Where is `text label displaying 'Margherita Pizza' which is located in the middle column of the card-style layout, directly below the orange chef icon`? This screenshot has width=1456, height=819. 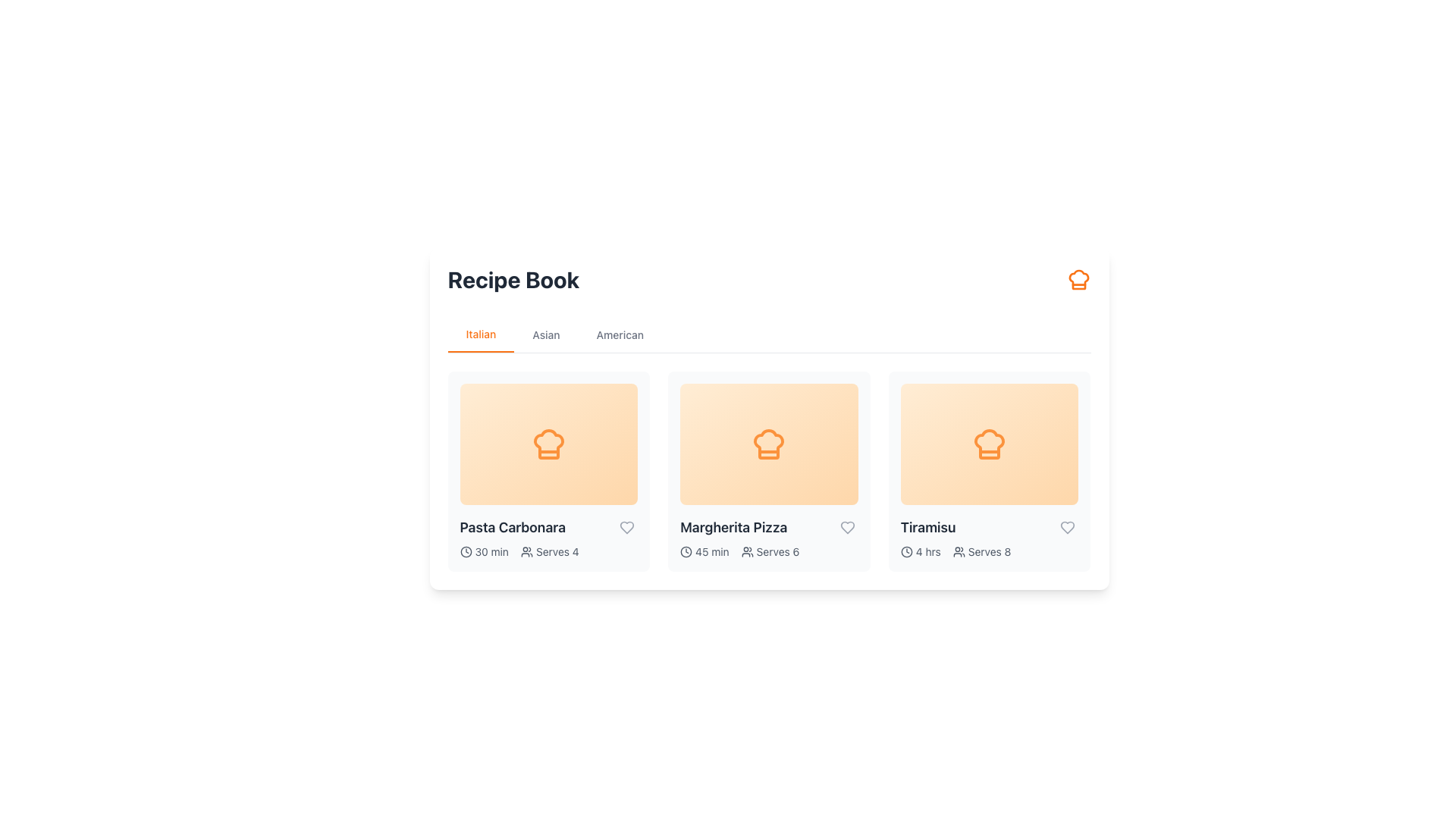
text label displaying 'Margherita Pizza' which is located in the middle column of the card-style layout, directly below the orange chef icon is located at coordinates (733, 526).